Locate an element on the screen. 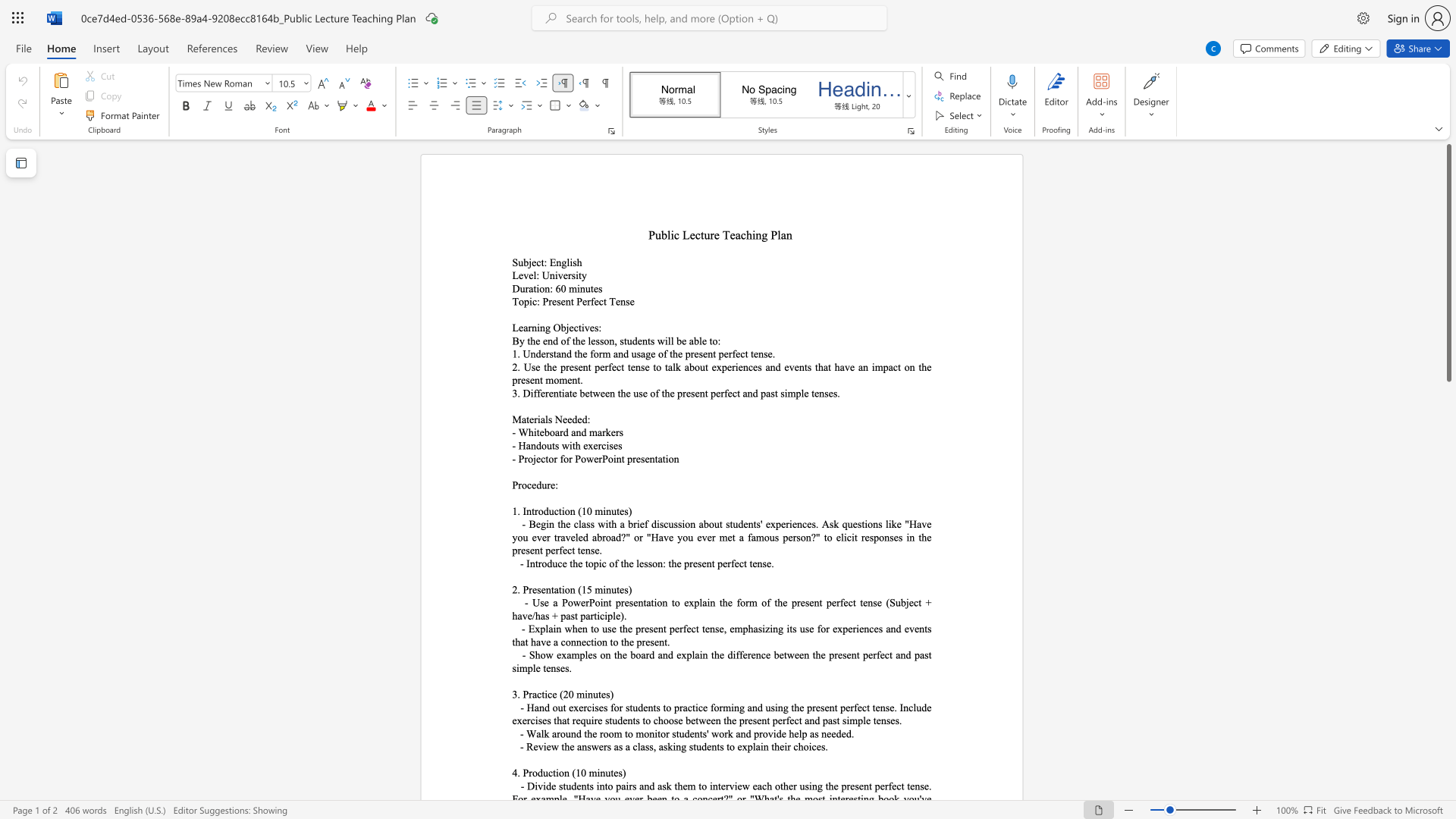  the 2th character "a" in the text is located at coordinates (648, 601).